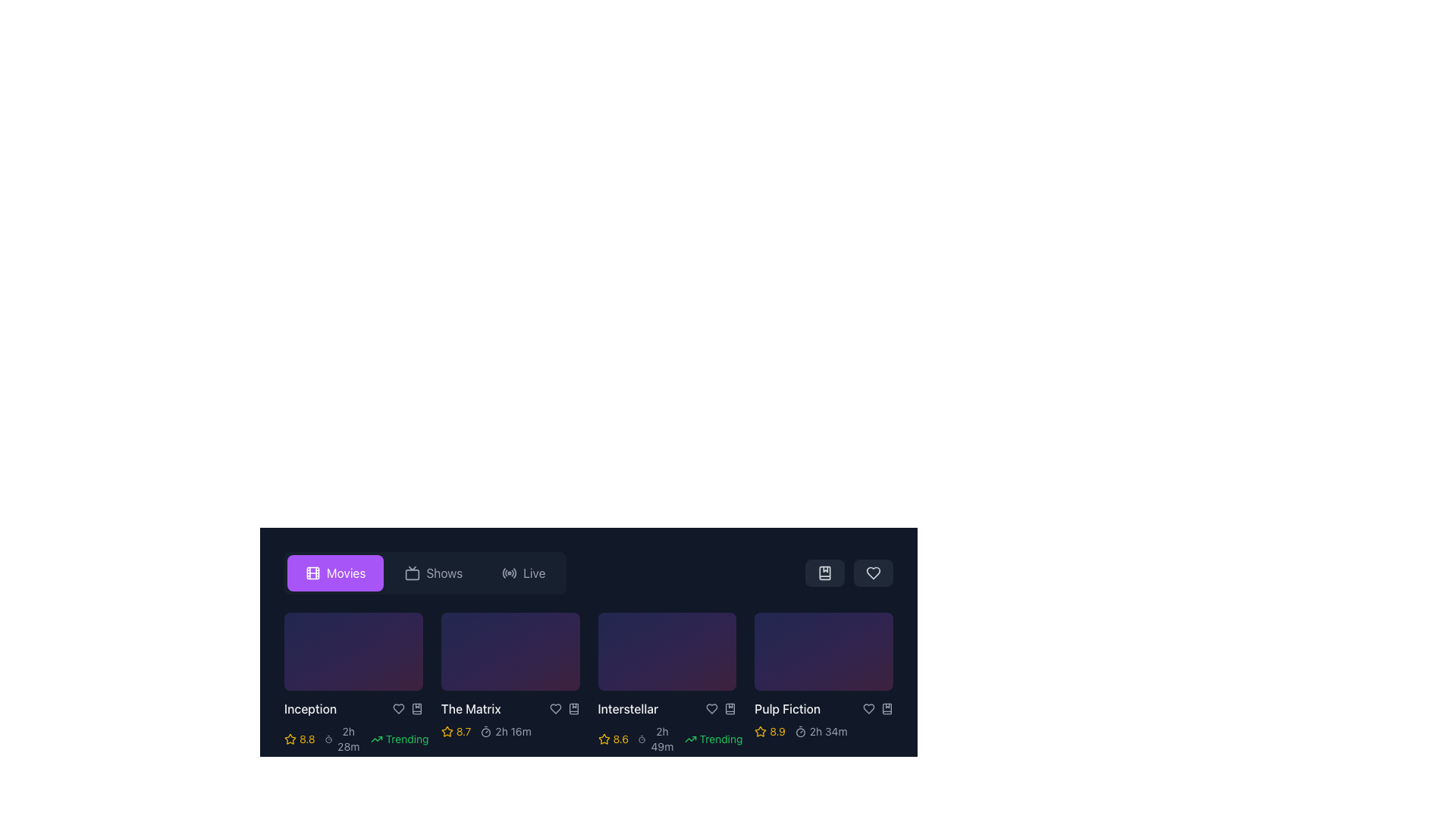 The width and height of the screenshot is (1456, 819). Describe the element at coordinates (667, 738) in the screenshot. I see `the information display cluster for the 'Interstellar' movie, which shows a numerical rating in yellow, time duration in gray, and trending status in green, located directly beneath the movie title` at that location.